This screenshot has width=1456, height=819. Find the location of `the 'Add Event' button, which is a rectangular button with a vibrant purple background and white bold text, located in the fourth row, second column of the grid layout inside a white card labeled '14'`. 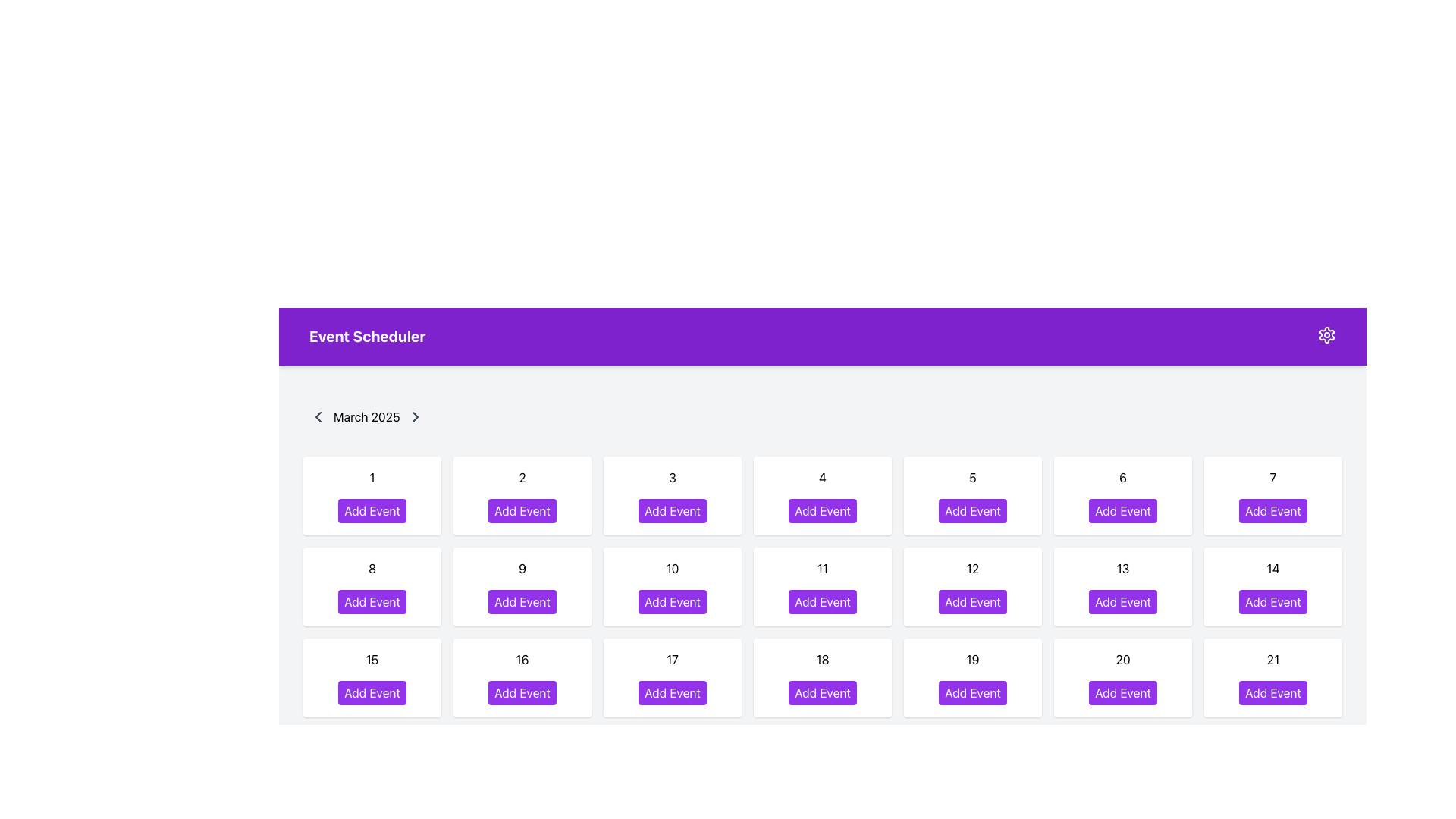

the 'Add Event' button, which is a rectangular button with a vibrant purple background and white bold text, located in the fourth row, second column of the grid layout inside a white card labeled '14' is located at coordinates (1273, 601).